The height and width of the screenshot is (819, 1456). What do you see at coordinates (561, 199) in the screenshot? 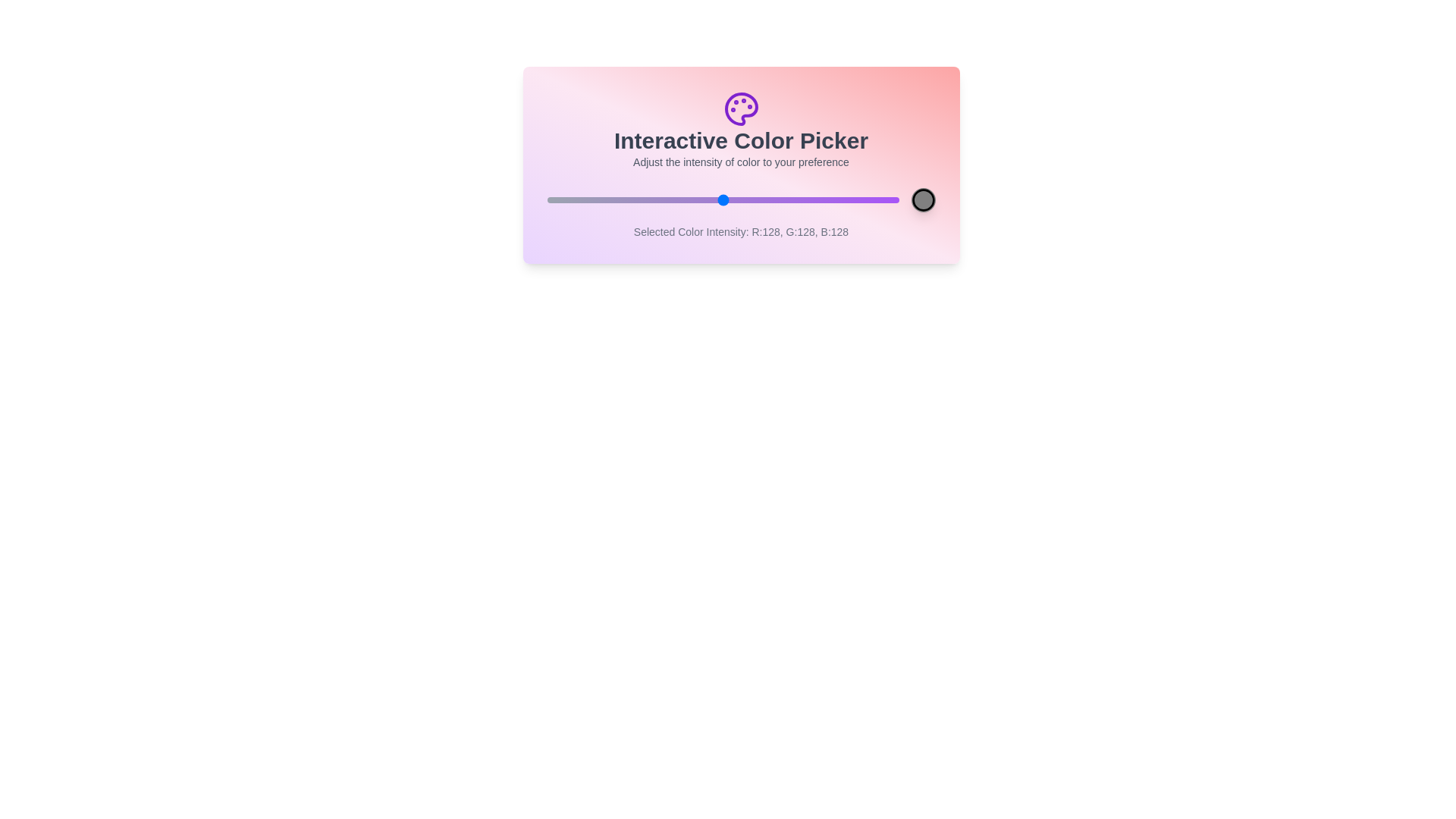
I see `the slider to set the color intensity to 11` at bounding box center [561, 199].